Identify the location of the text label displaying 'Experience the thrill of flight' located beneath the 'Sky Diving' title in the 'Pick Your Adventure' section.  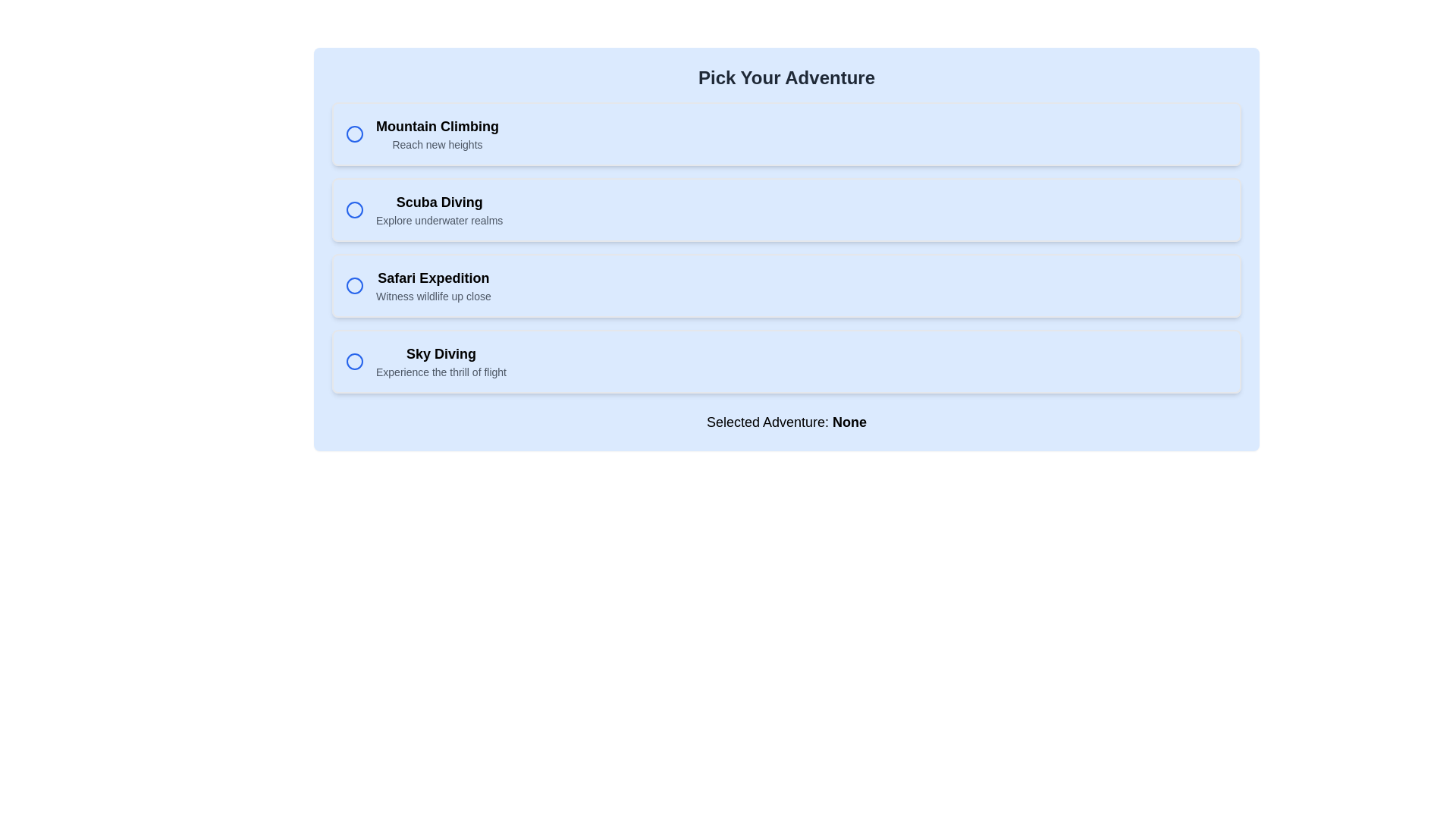
(440, 372).